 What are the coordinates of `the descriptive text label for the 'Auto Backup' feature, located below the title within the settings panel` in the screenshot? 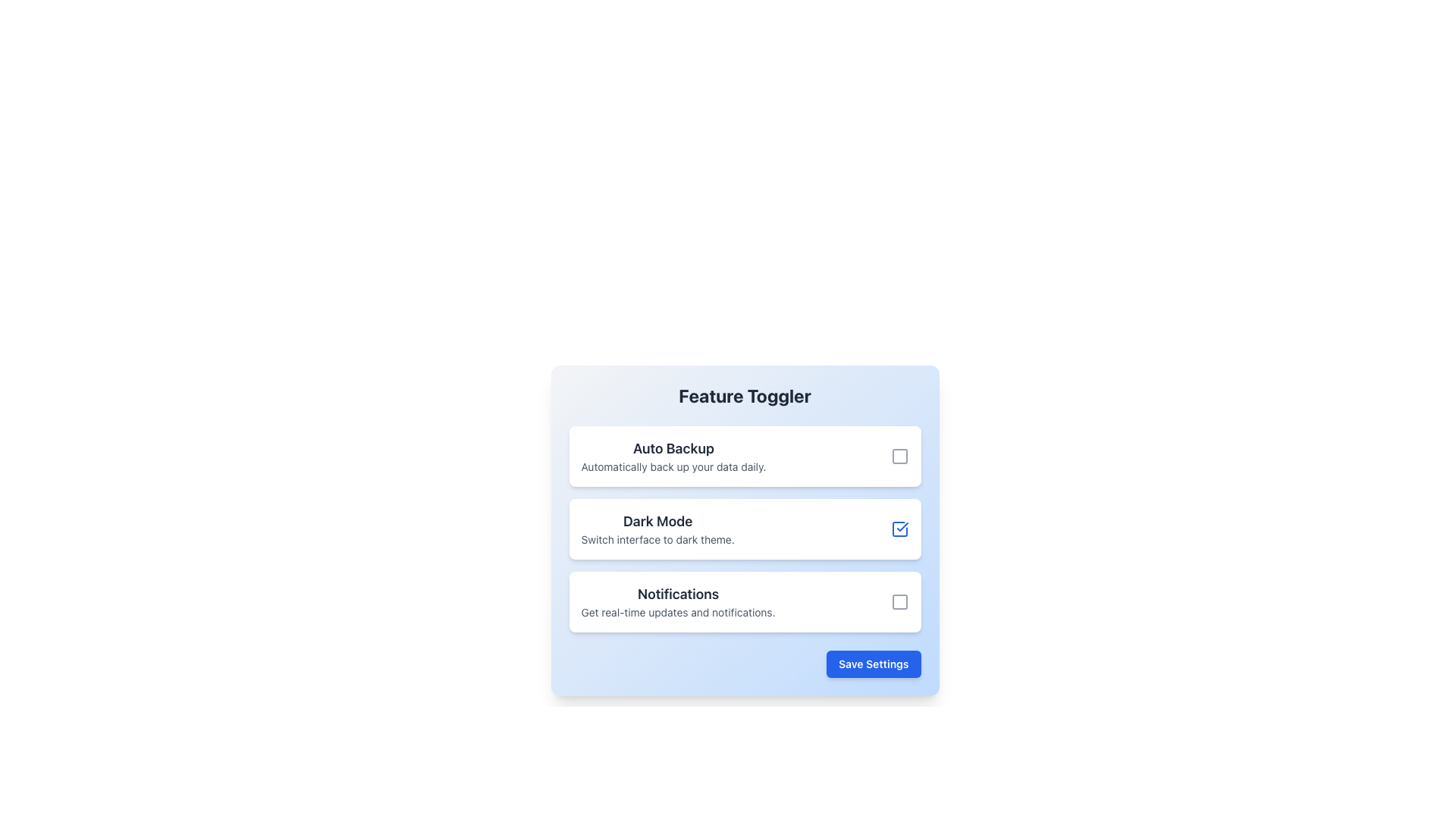 It's located at (673, 466).